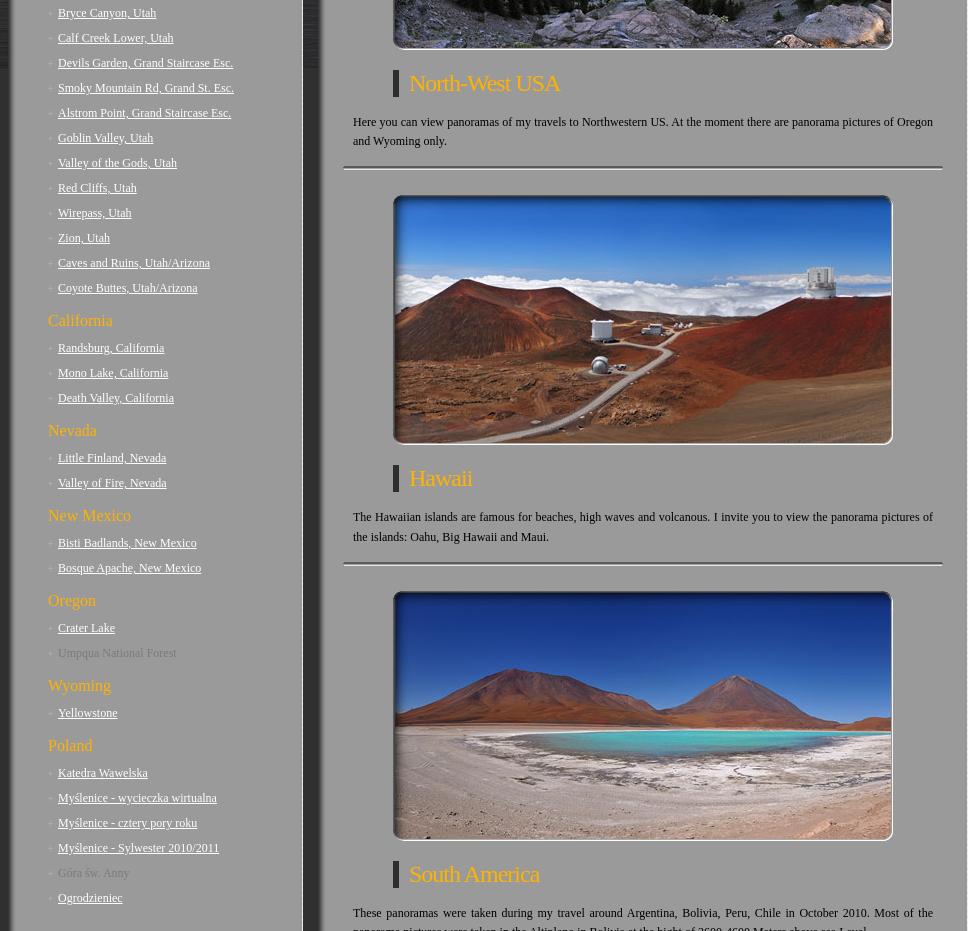 The image size is (968, 931). What do you see at coordinates (56, 797) in the screenshot?
I see `'Myślenice - wycieczka wirtualna'` at bounding box center [56, 797].